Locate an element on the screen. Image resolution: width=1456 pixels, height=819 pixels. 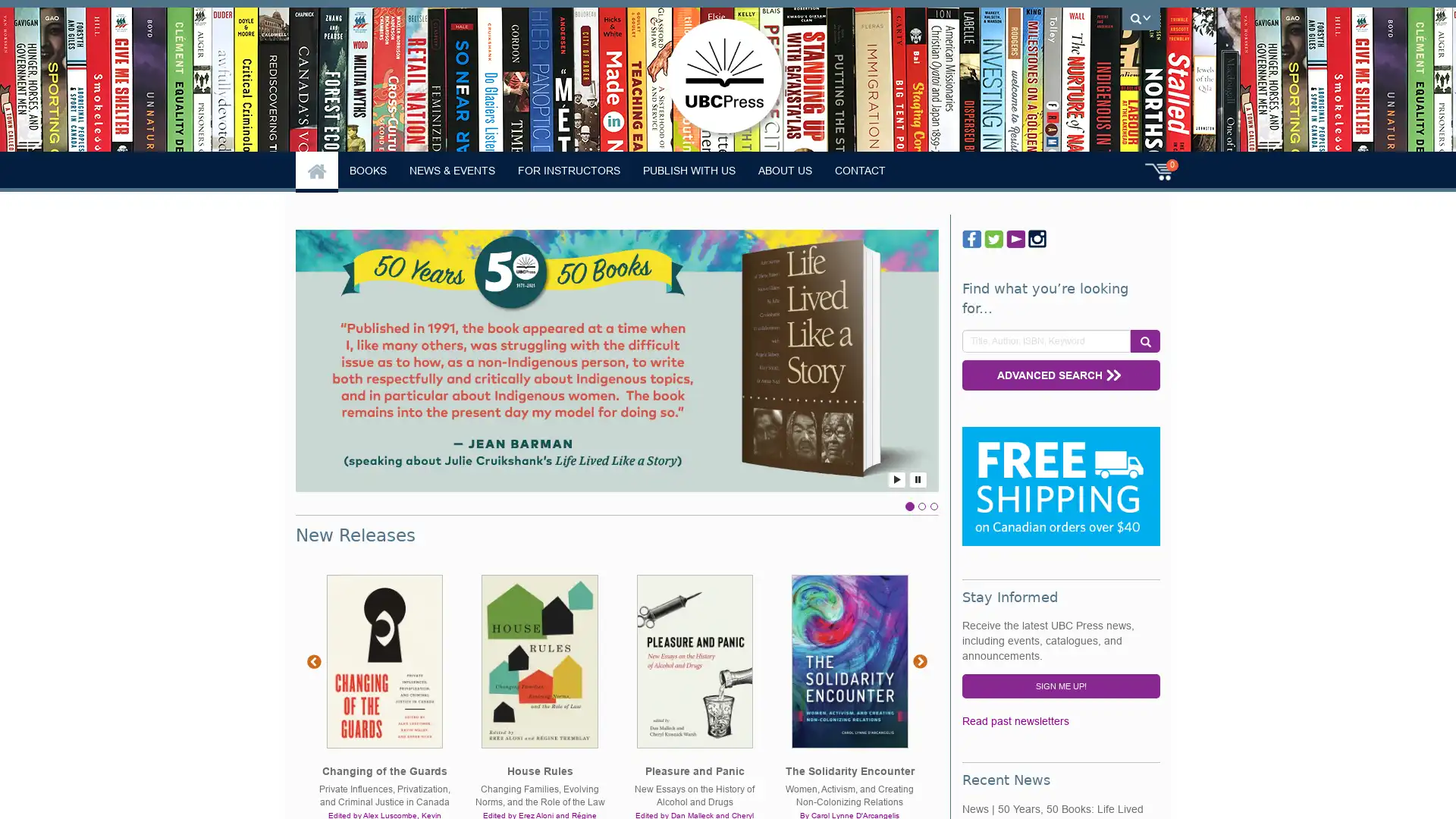
PUBLISH WITH US is located at coordinates (688, 170).